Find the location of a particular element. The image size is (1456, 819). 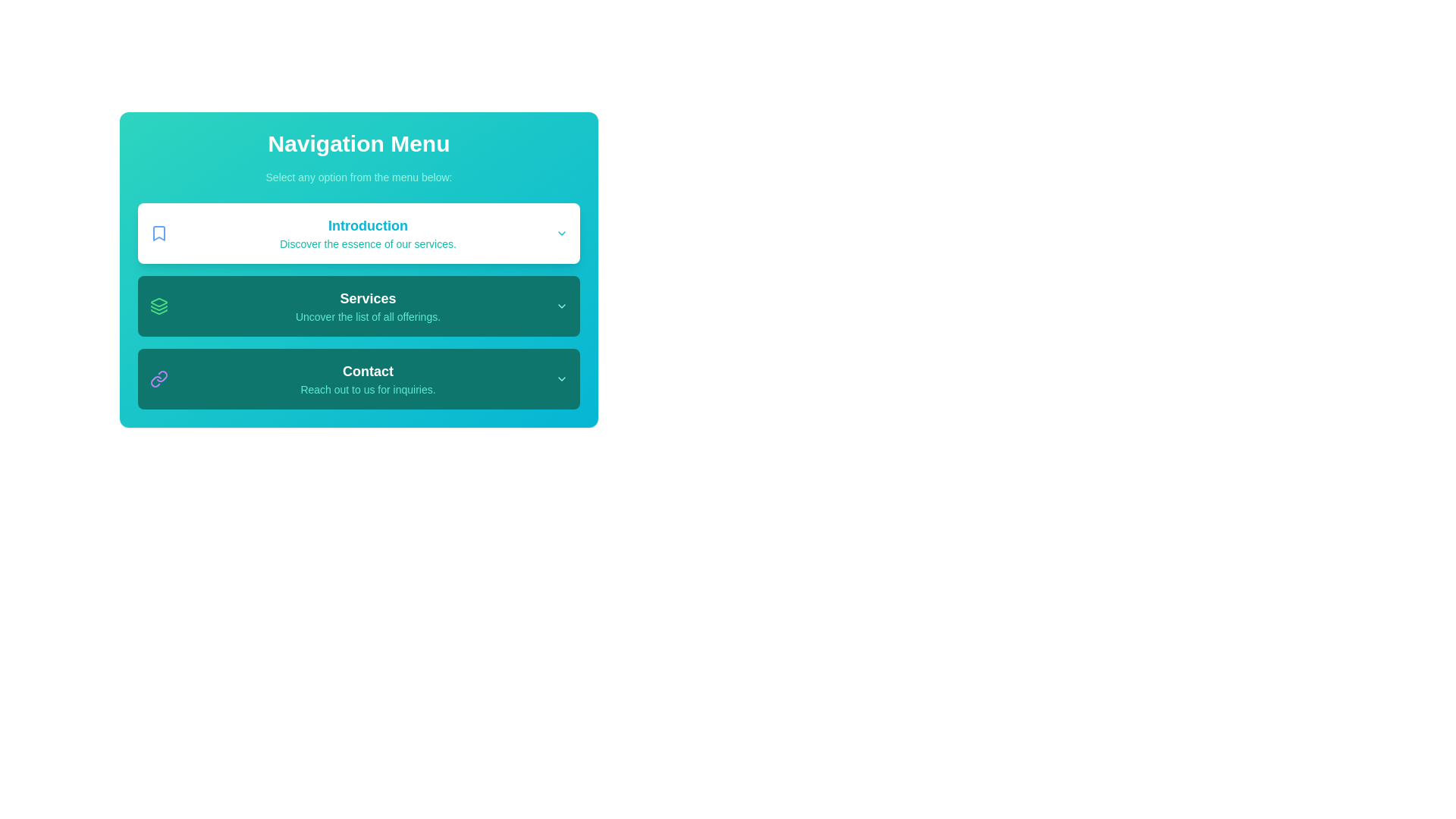

the stylized link chain icon with a purple outline located to the left of the 'Contact' text block in the navigation menu is located at coordinates (159, 378).